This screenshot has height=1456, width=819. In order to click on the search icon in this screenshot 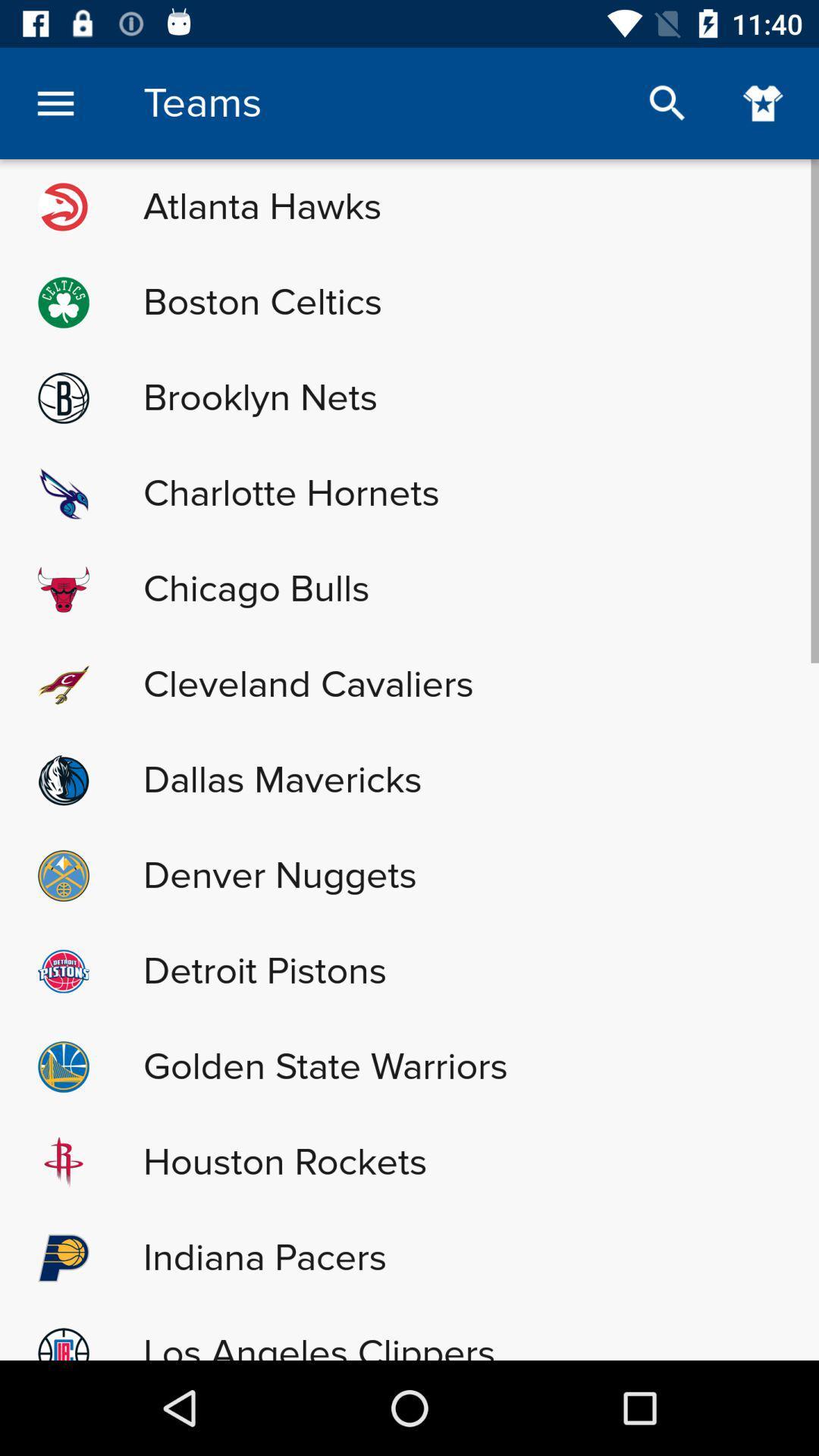, I will do `click(667, 102)`.